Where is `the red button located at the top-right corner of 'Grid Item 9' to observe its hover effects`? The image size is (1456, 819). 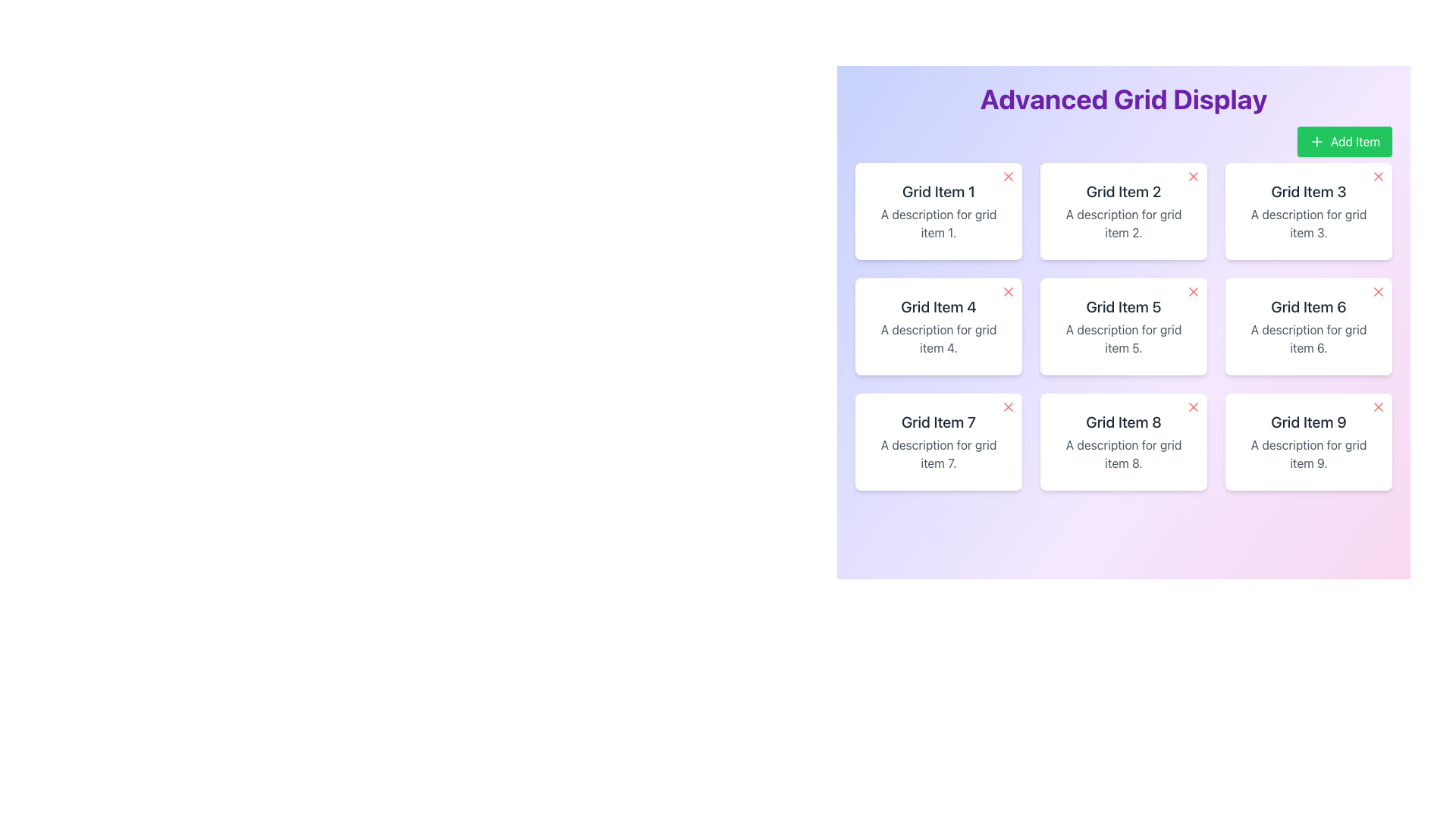
the red button located at the top-right corner of 'Grid Item 9' to observe its hover effects is located at coordinates (1379, 406).